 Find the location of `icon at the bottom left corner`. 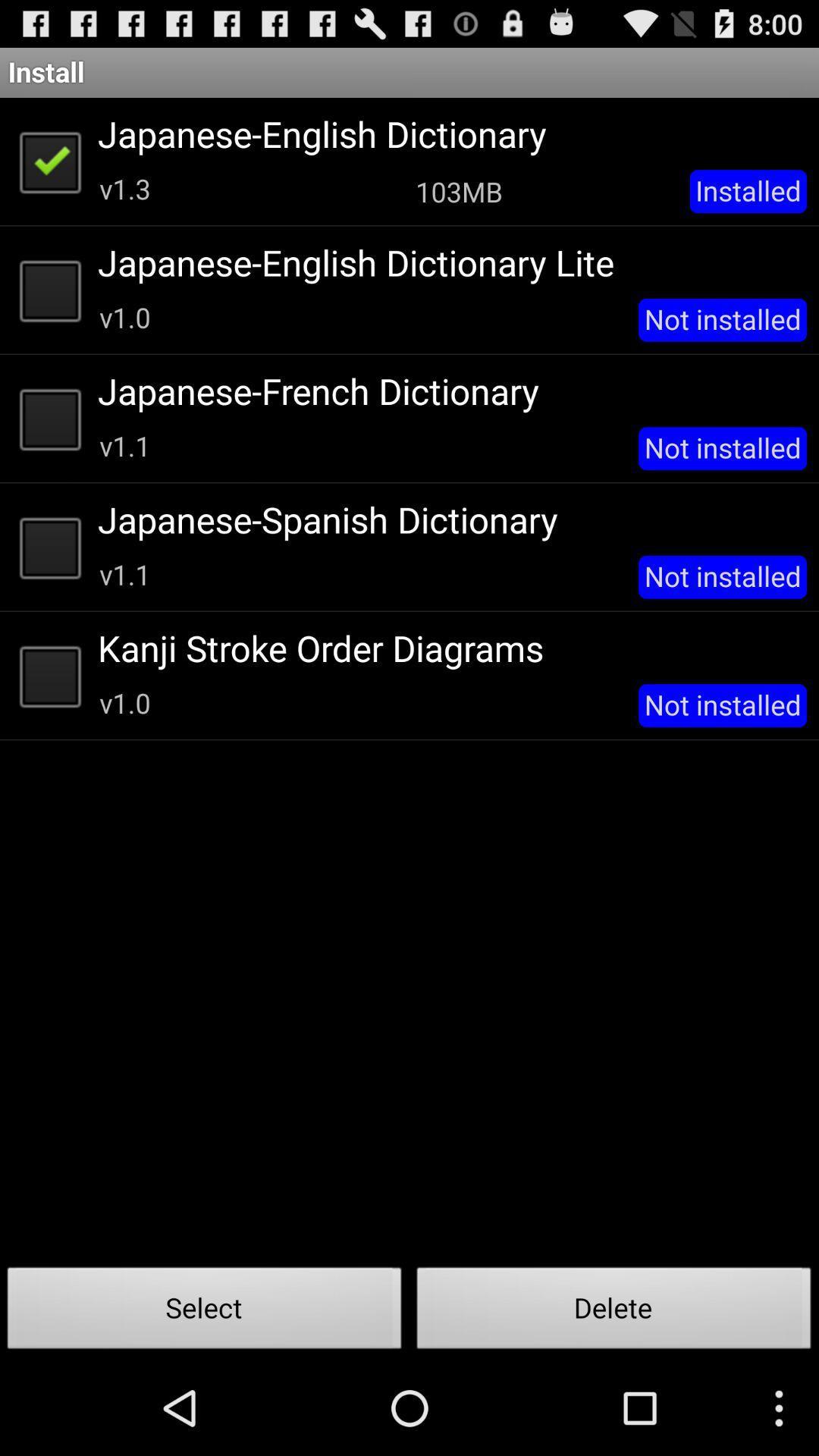

icon at the bottom left corner is located at coordinates (205, 1312).